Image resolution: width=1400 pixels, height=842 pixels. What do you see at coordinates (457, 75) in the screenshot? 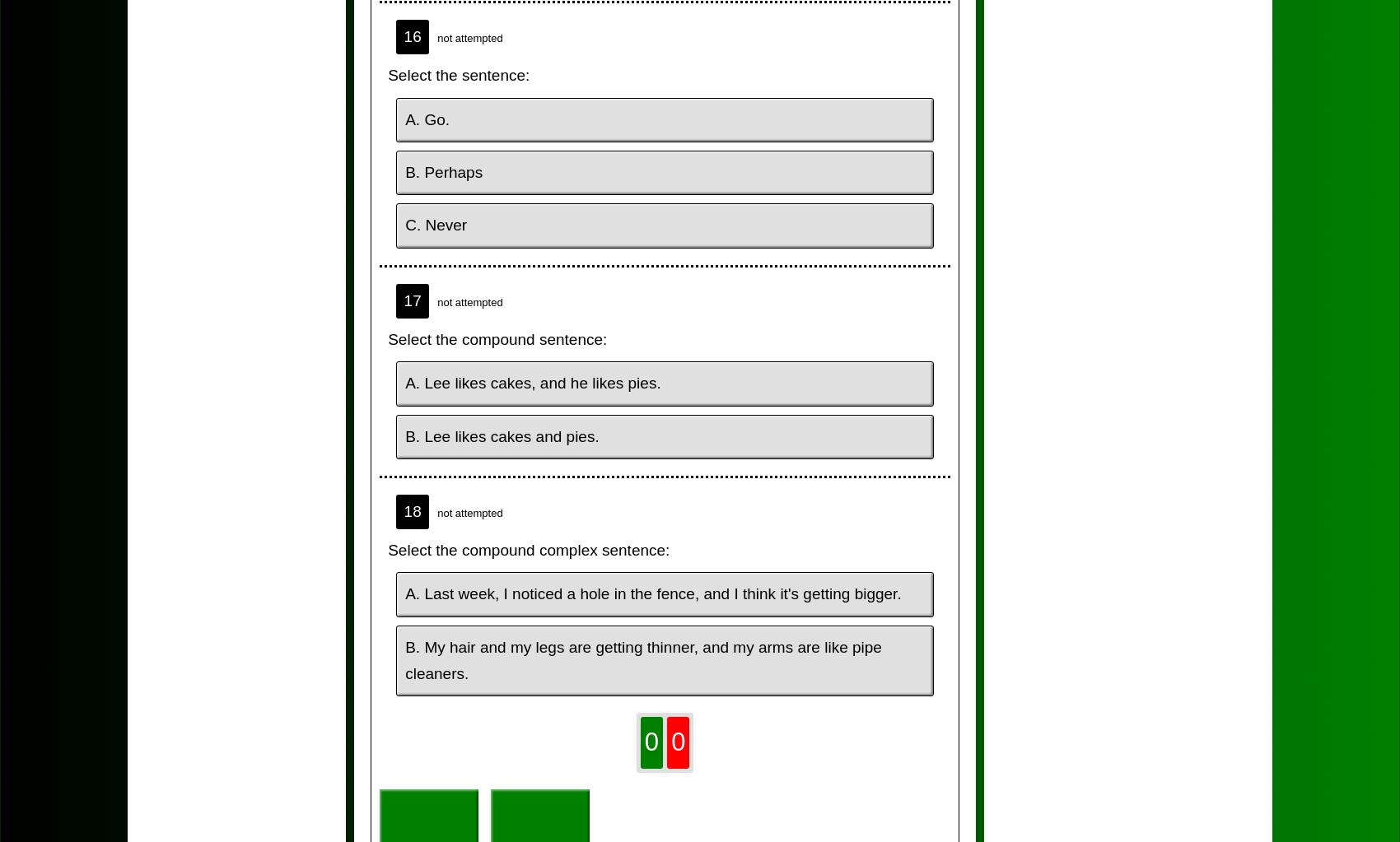
I see `'Select the sentence:'` at bounding box center [457, 75].